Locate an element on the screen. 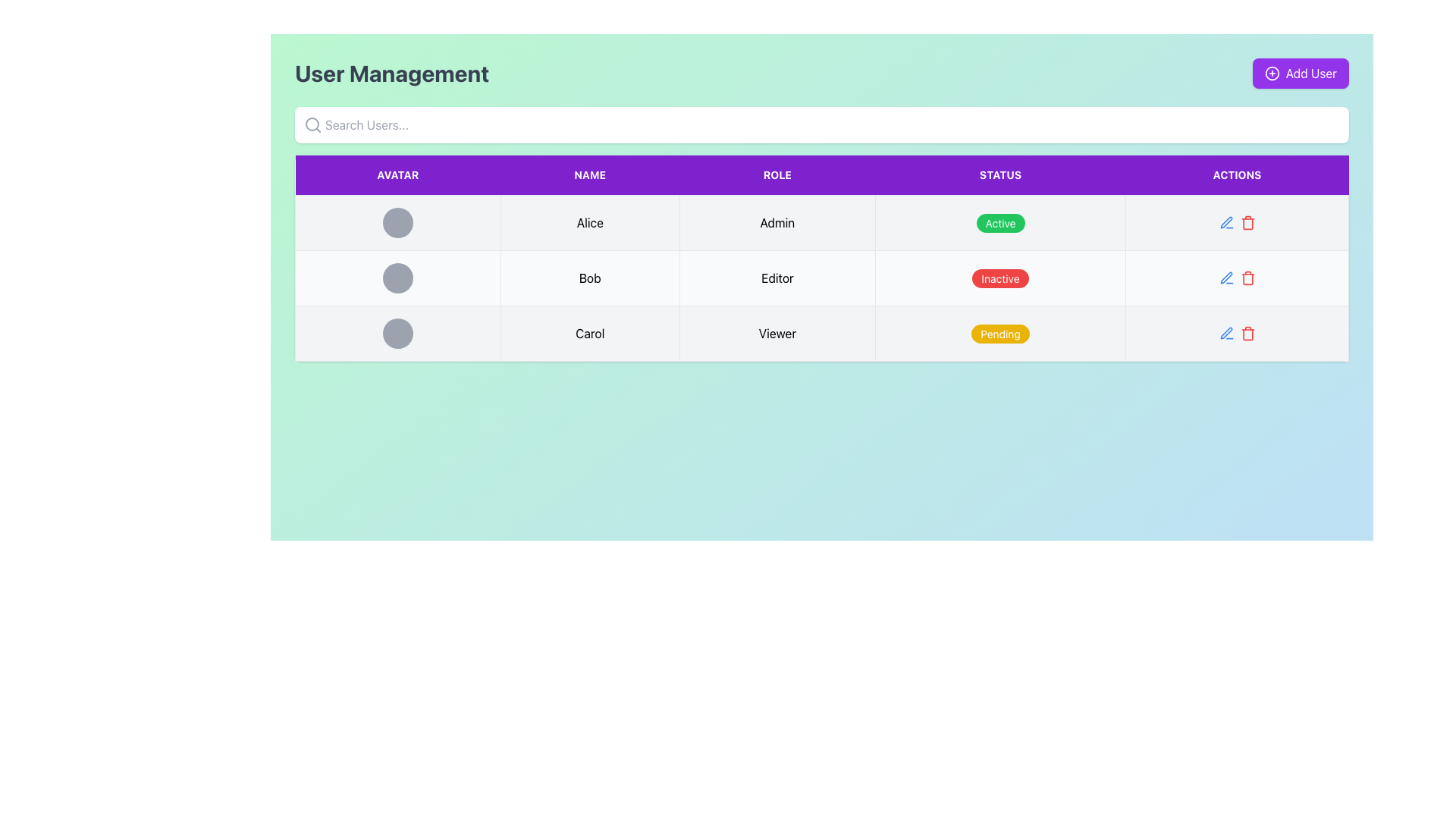 Image resolution: width=1456 pixels, height=819 pixels. the text label displaying the name 'Carol' to possibly see a tooltip is located at coordinates (589, 332).